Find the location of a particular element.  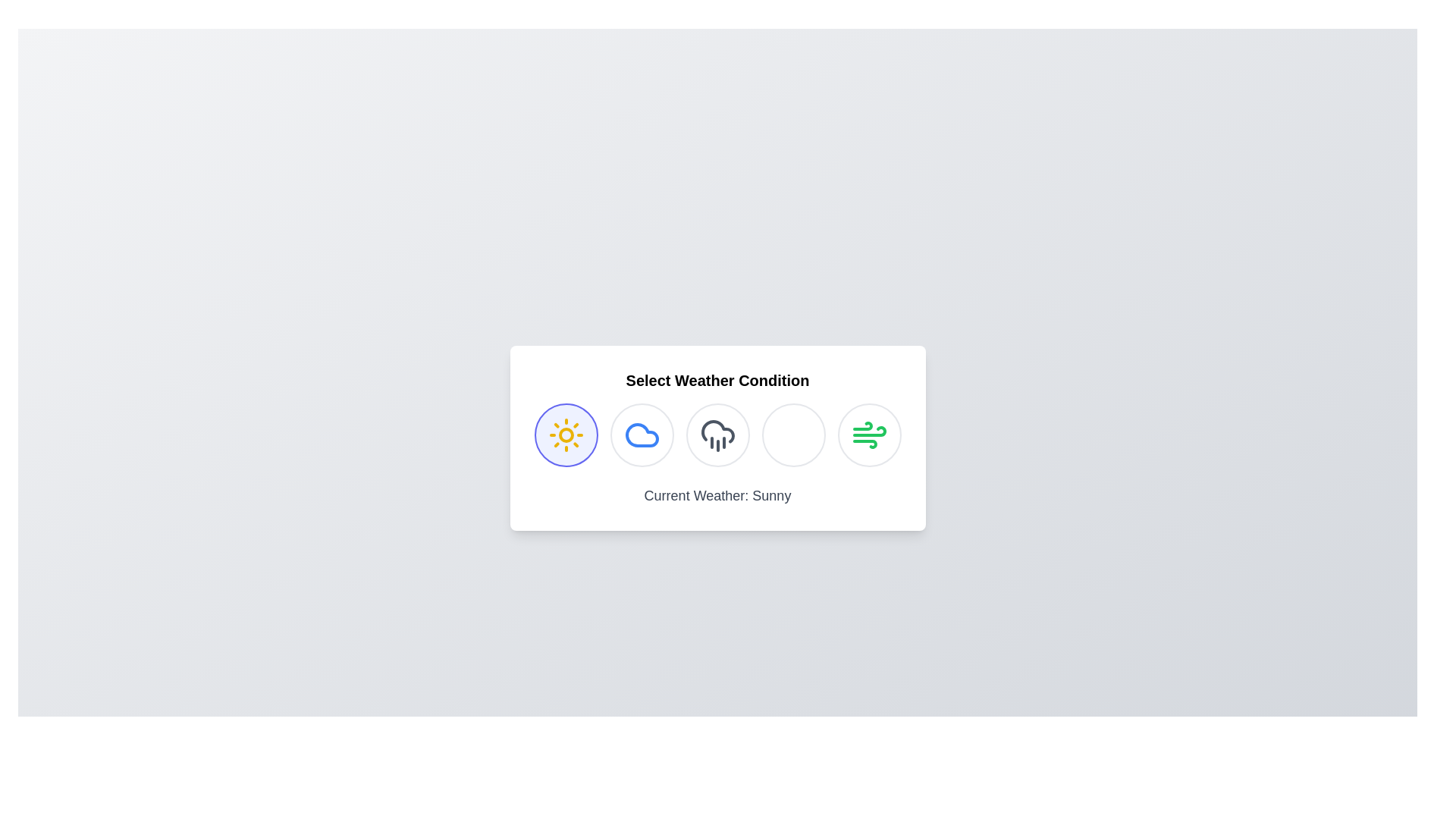

the circular icon button representing rainy weather, which is the third item in a horizontally-aligned list of five weather condition icons is located at coordinates (717, 435).